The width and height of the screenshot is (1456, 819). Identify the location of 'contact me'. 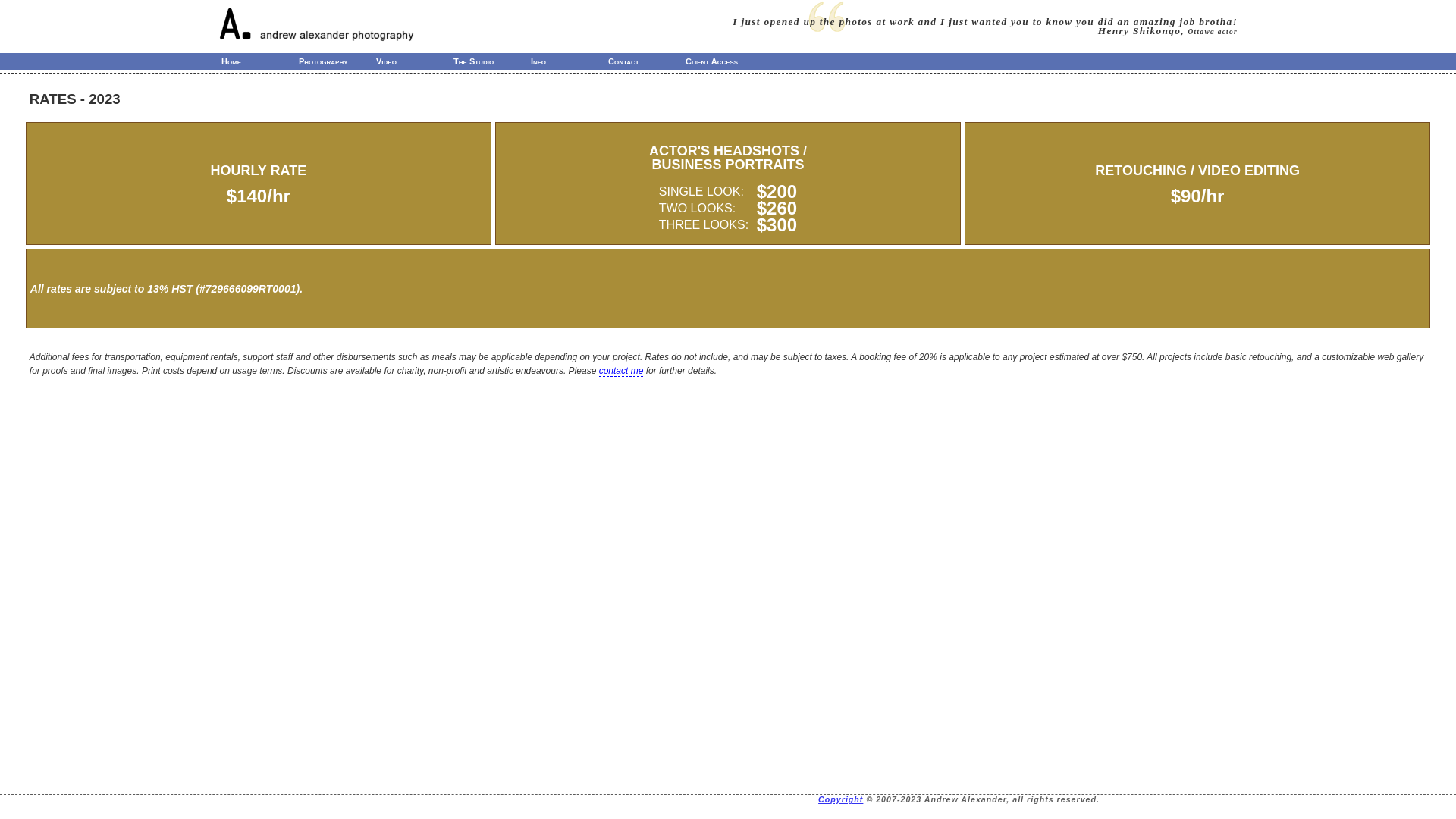
(621, 371).